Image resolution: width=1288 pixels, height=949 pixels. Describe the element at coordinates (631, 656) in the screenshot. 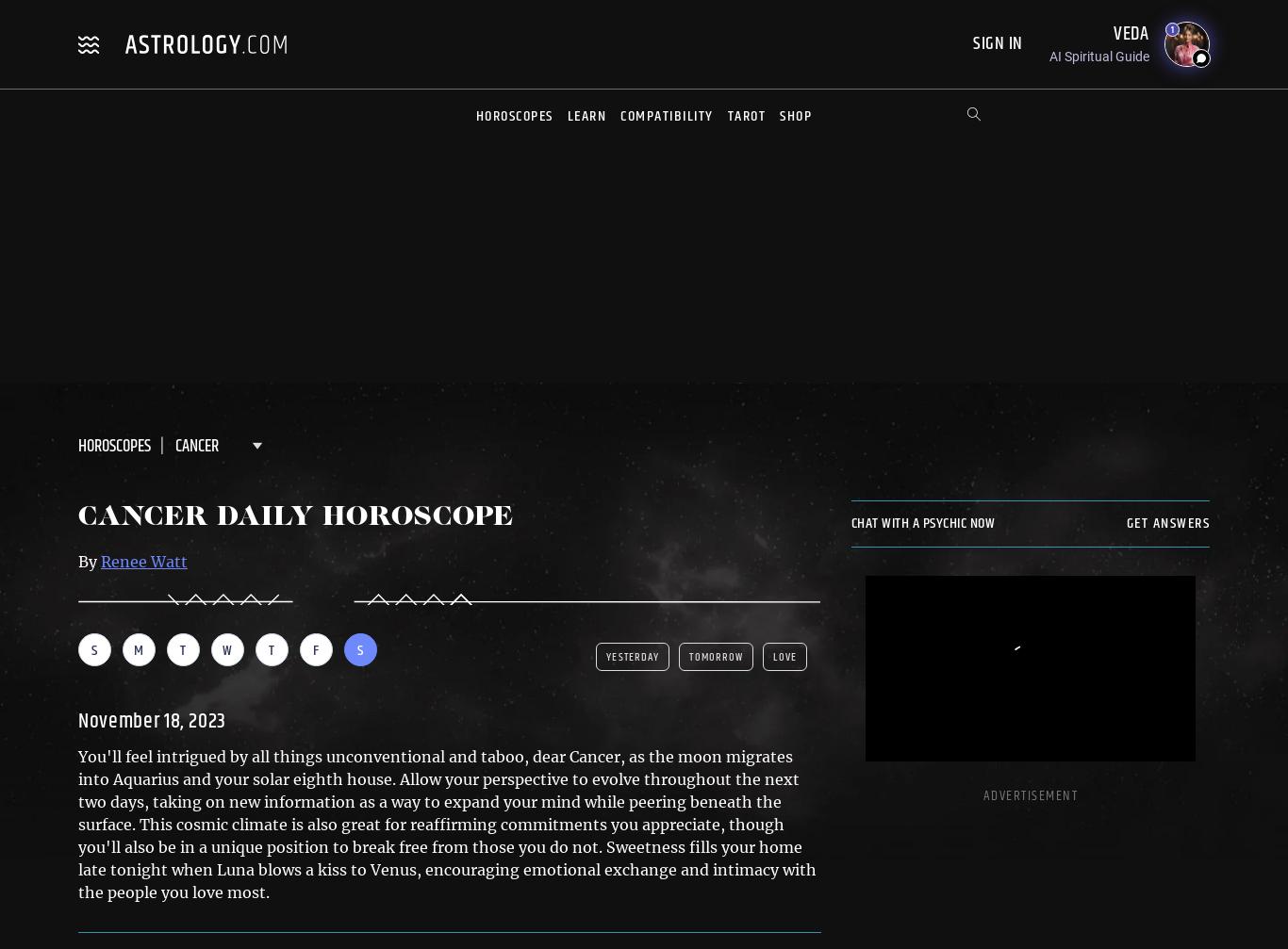

I see `'yesterday'` at that location.